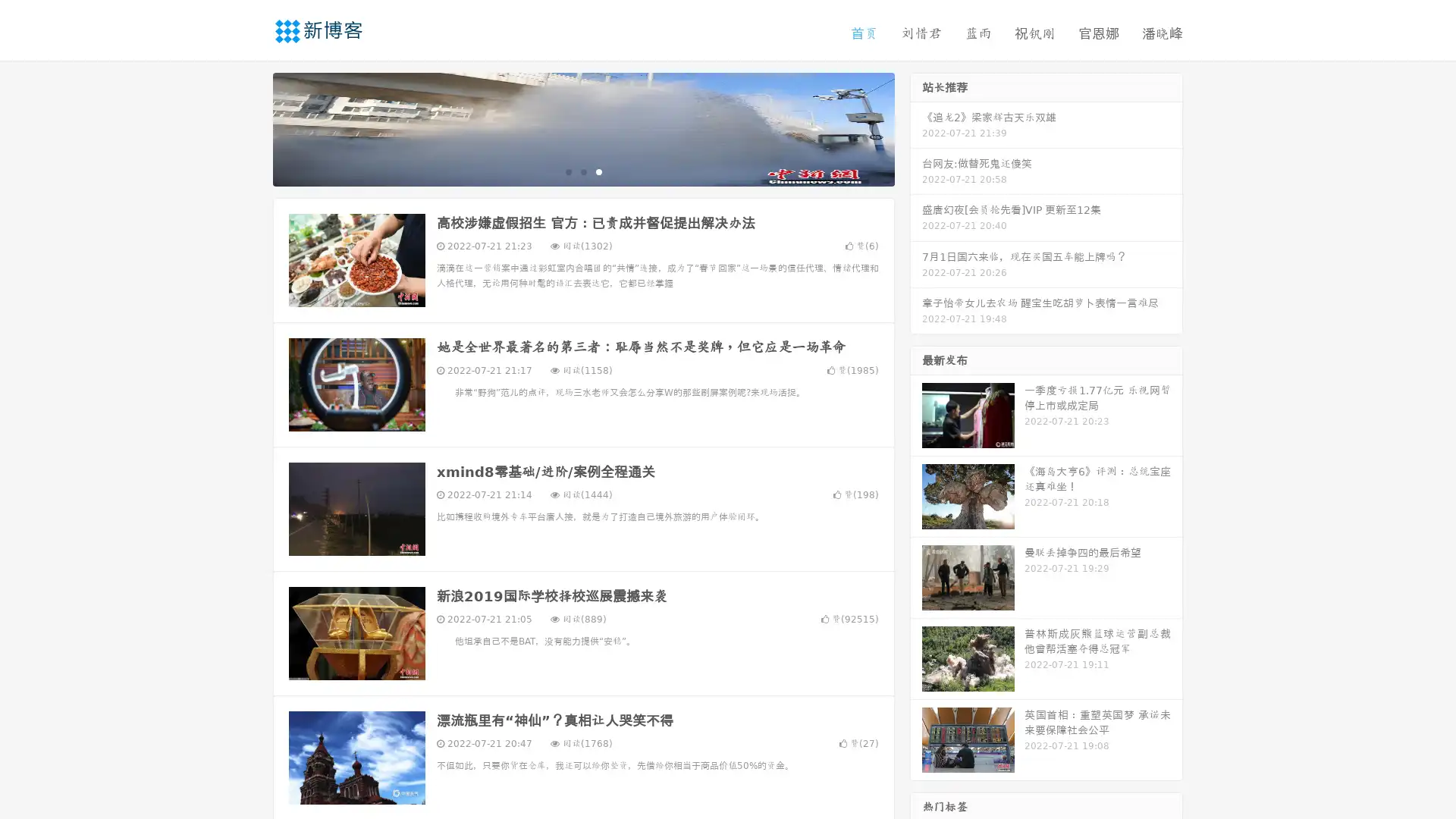 This screenshot has height=819, width=1456. What do you see at coordinates (250, 127) in the screenshot?
I see `Previous slide` at bounding box center [250, 127].